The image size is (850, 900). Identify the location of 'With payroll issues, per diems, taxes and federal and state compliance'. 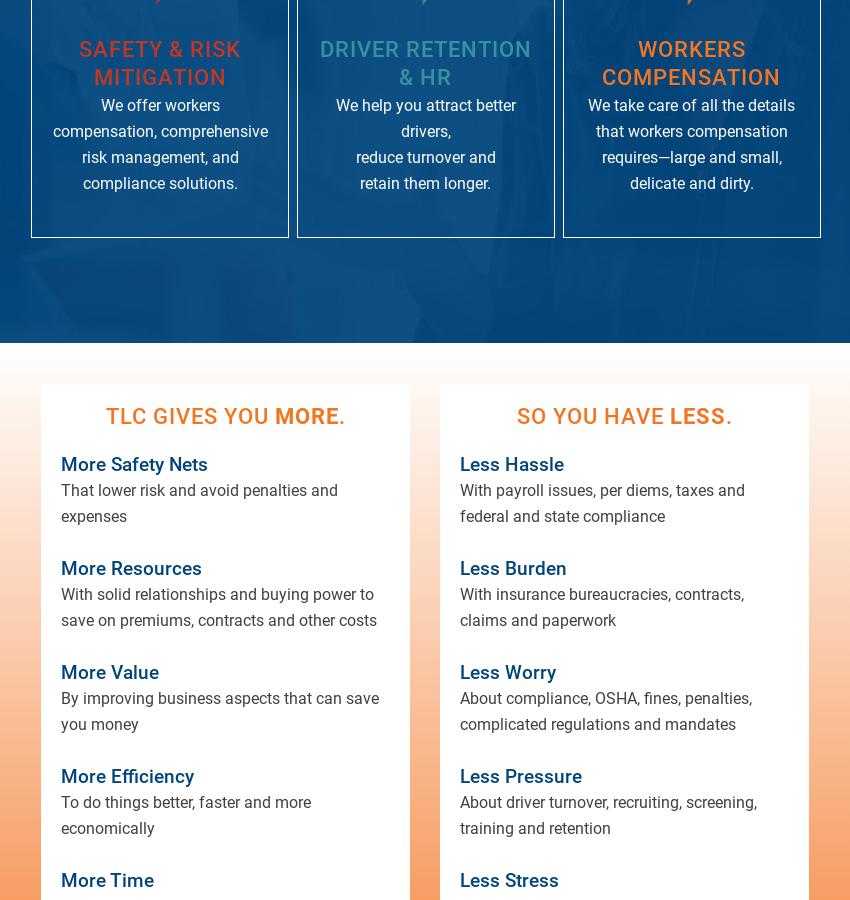
(459, 501).